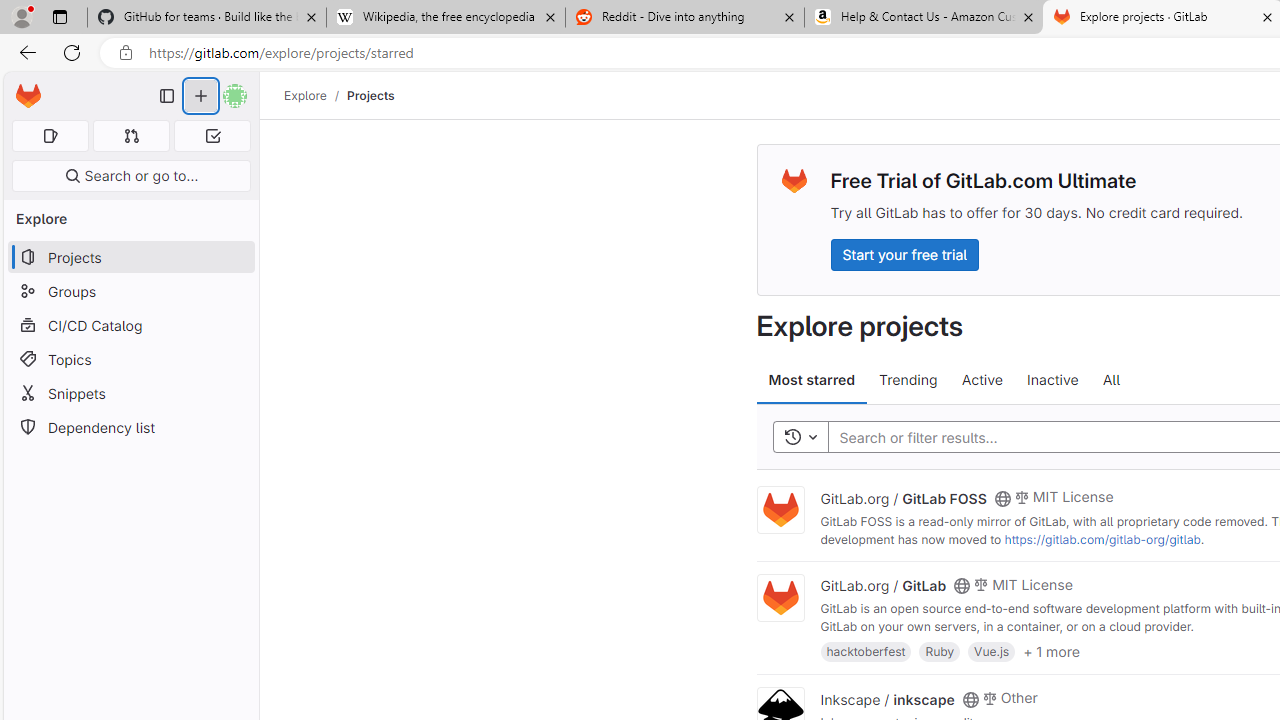 The image size is (1280, 720). I want to click on 'Topics', so click(130, 358).